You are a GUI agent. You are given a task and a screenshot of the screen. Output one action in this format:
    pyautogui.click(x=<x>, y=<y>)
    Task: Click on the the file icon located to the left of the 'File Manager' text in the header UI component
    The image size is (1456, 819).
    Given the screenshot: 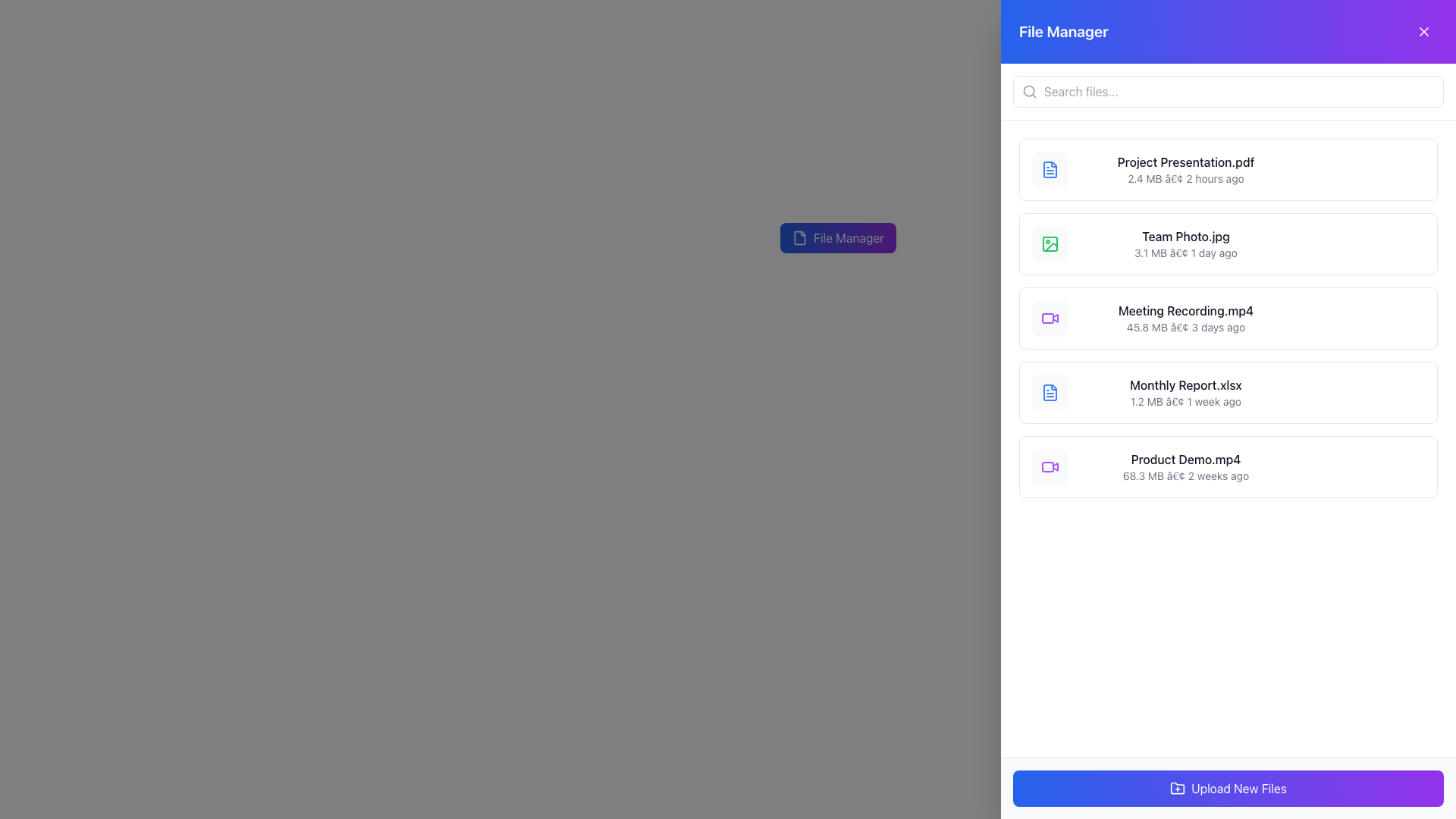 What is the action you would take?
    pyautogui.click(x=799, y=237)
    